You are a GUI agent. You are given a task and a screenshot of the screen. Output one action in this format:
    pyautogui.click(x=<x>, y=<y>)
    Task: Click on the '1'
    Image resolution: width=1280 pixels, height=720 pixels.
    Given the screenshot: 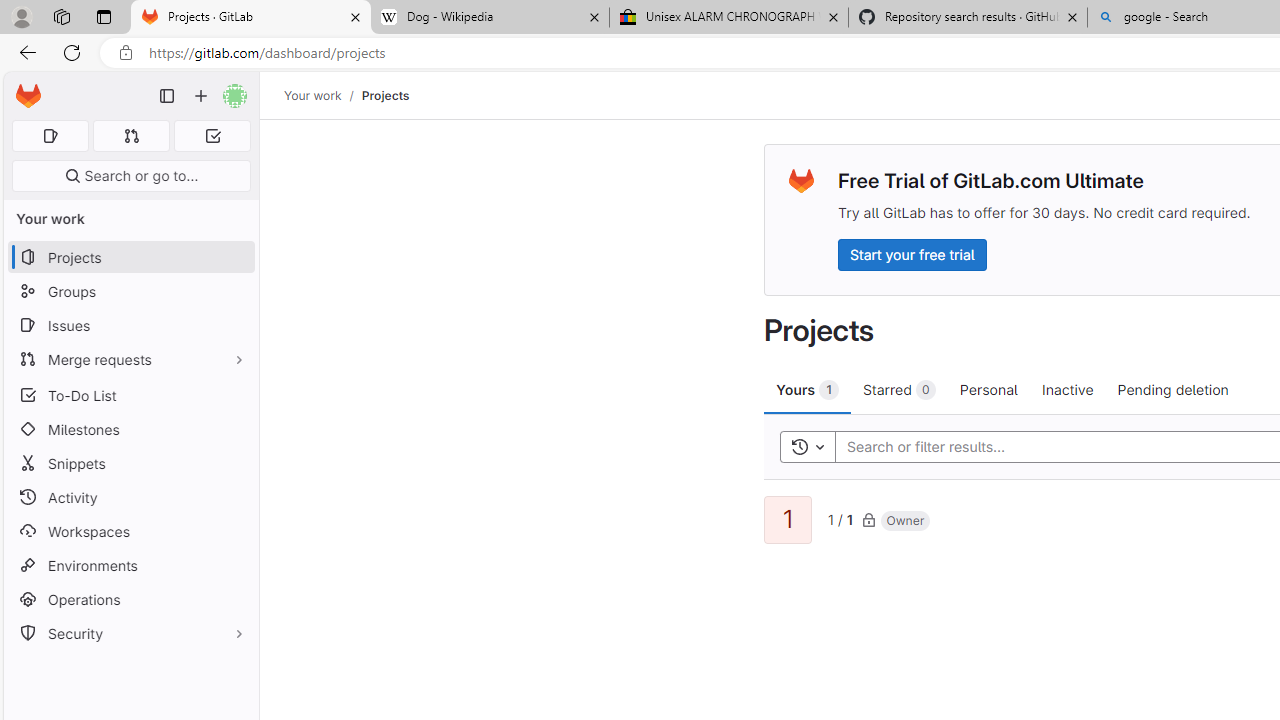 What is the action you would take?
    pyautogui.click(x=786, y=518)
    